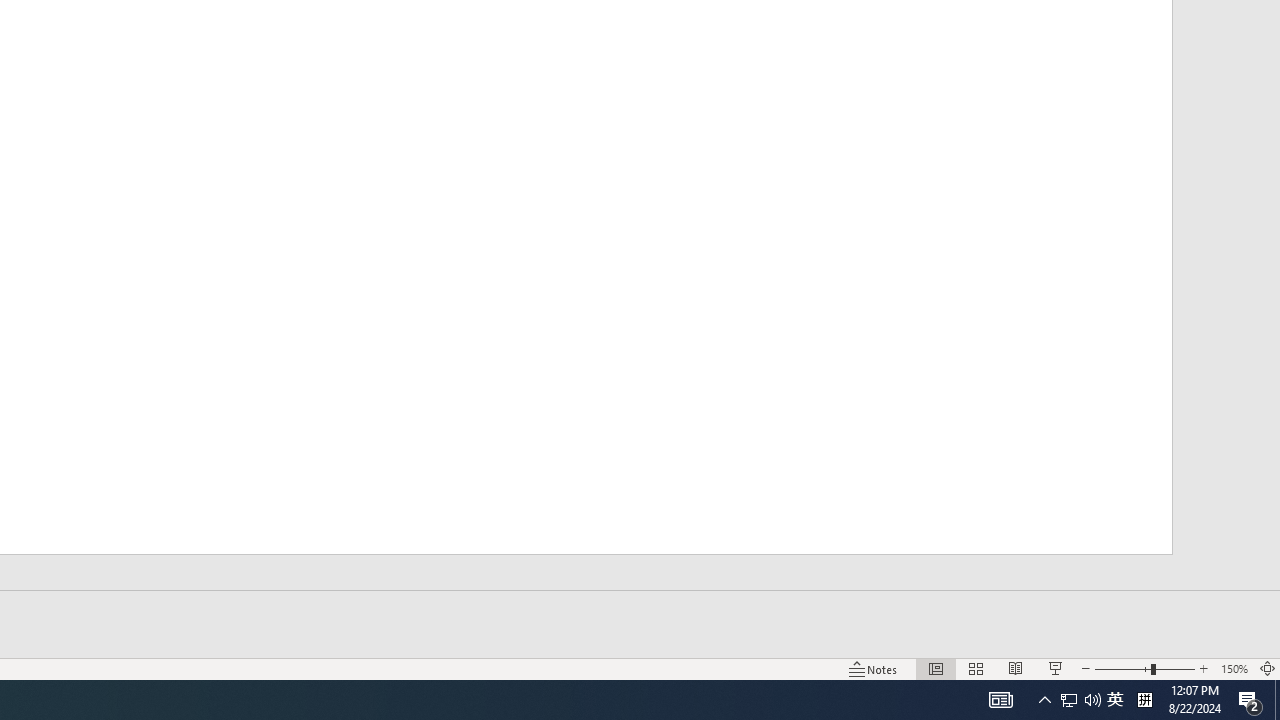 The image size is (1280, 720). Describe the element at coordinates (1233, 669) in the screenshot. I see `'Zoom 150%'` at that location.